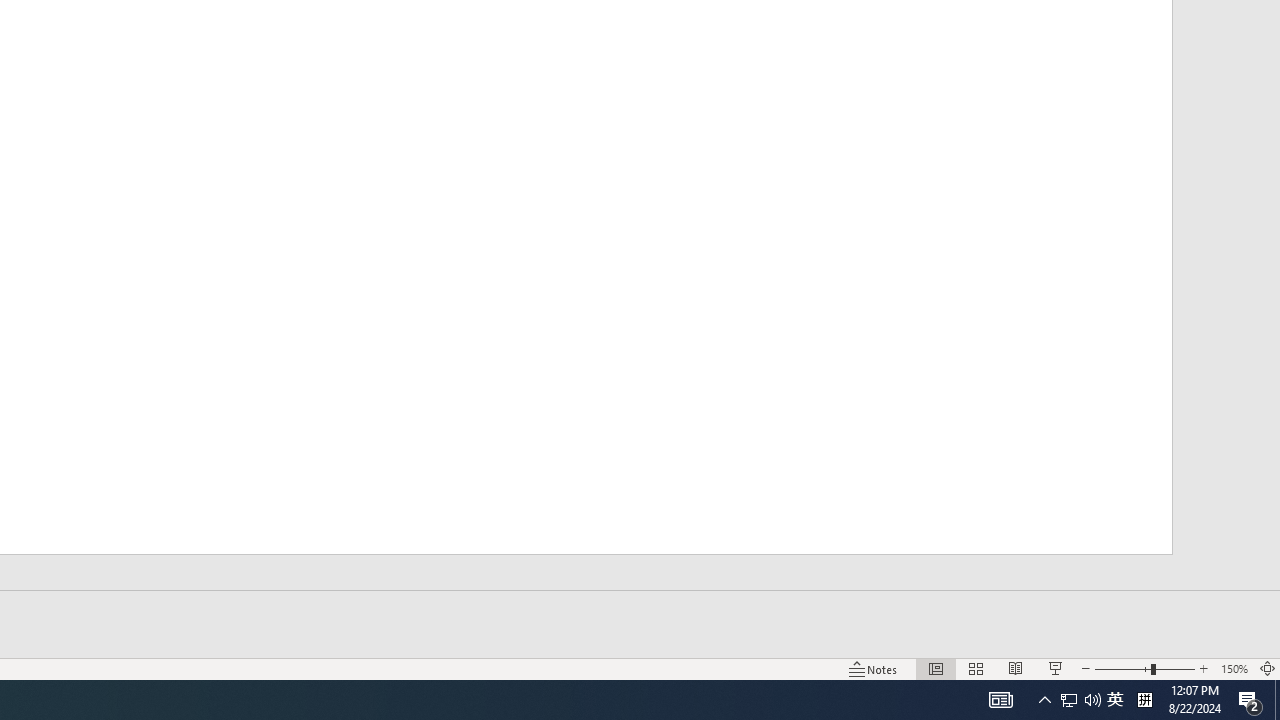 The image size is (1280, 720). Describe the element at coordinates (1233, 669) in the screenshot. I see `'Zoom 150%'` at that location.